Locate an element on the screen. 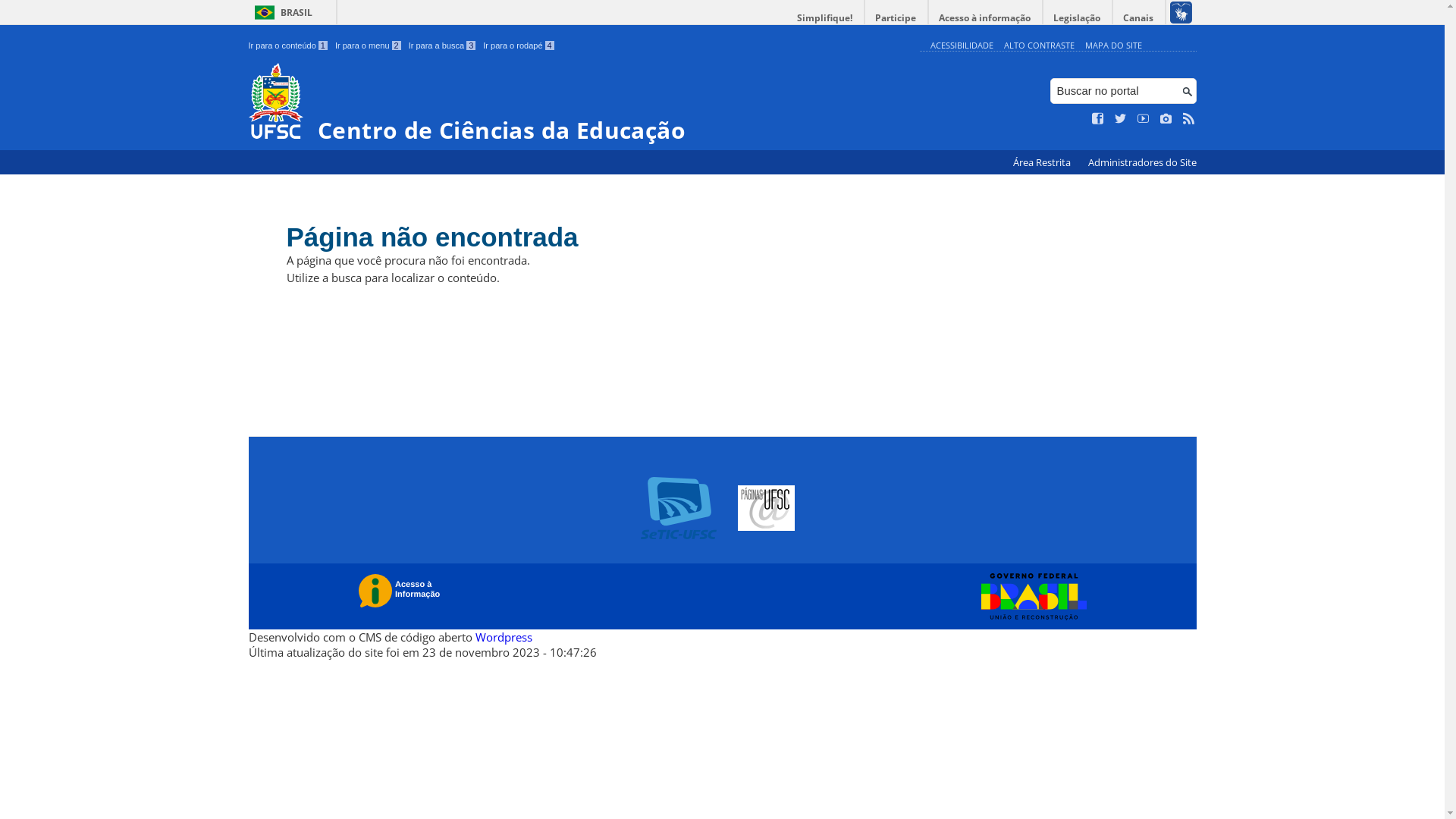 This screenshot has width=1456, height=819. 'Simplifique!' is located at coordinates (786, 17).